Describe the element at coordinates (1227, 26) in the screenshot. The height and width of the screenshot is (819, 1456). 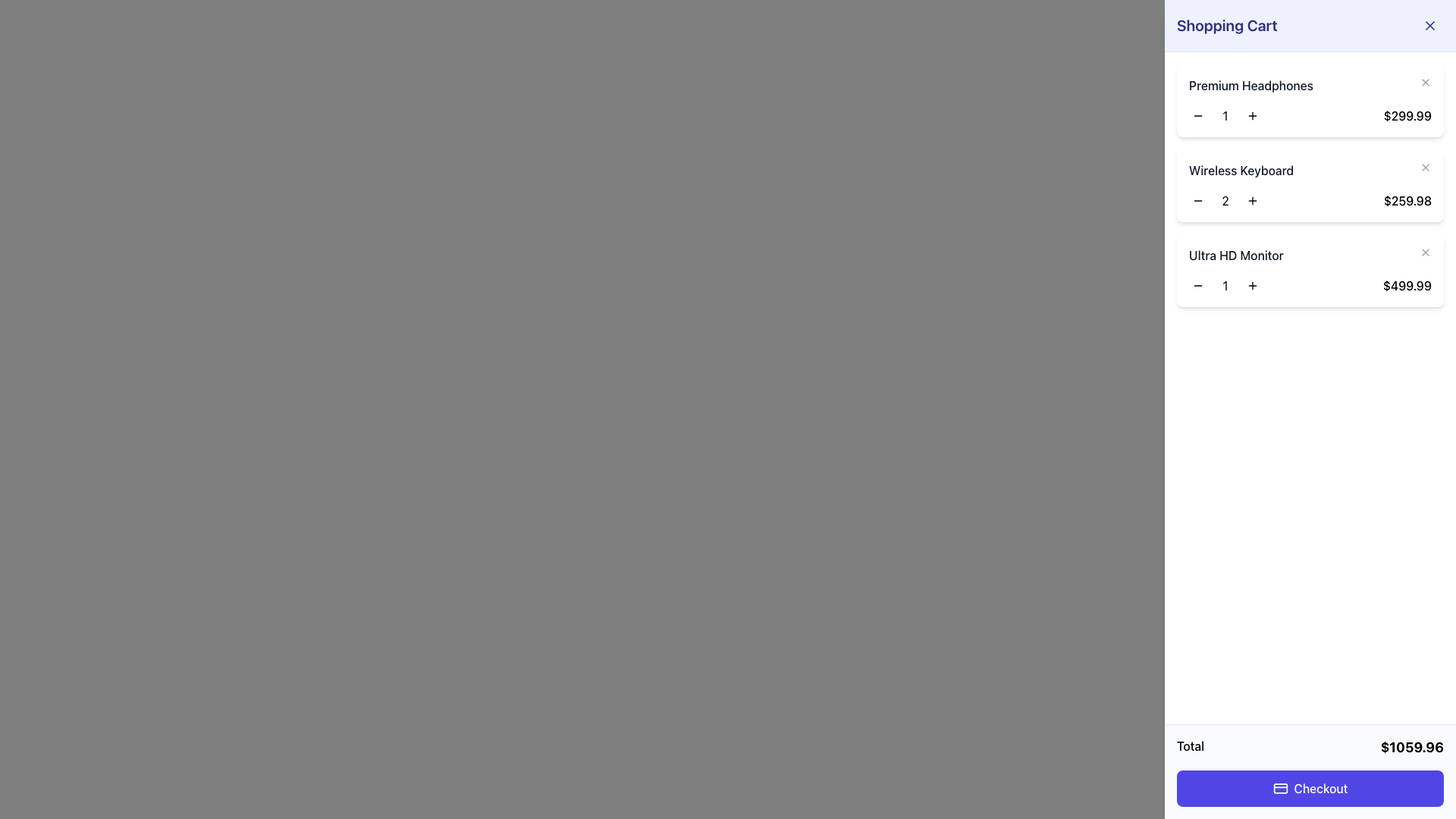
I see `the title text element in the shopping cart panel, which serves as a heading to indicate the content and purpose of the panel` at that location.